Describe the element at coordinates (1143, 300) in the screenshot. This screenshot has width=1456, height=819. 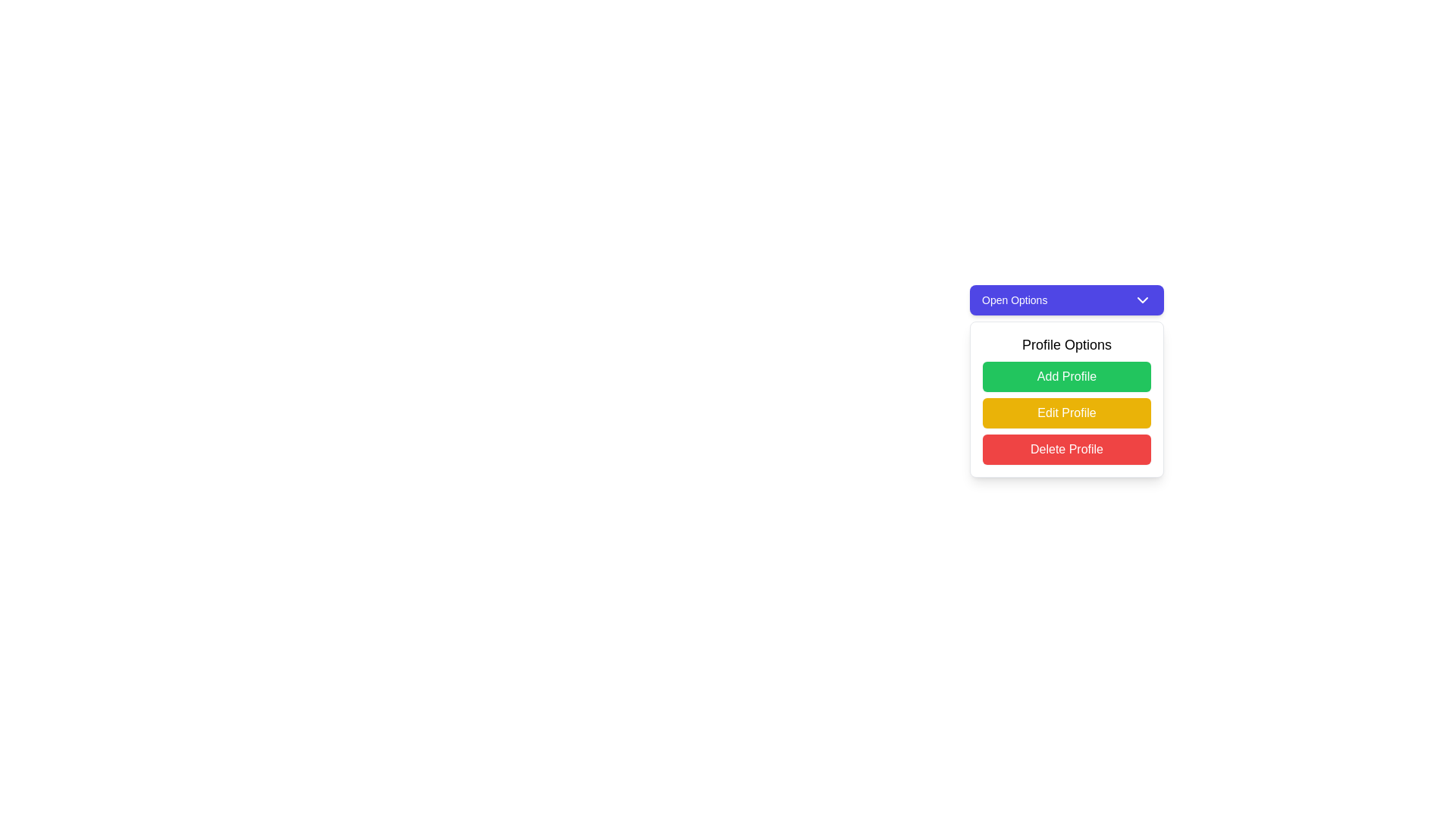
I see `the downward-pointing chevron-style dropdown indicator icon located at the right edge of the 'Open Options' button` at that location.